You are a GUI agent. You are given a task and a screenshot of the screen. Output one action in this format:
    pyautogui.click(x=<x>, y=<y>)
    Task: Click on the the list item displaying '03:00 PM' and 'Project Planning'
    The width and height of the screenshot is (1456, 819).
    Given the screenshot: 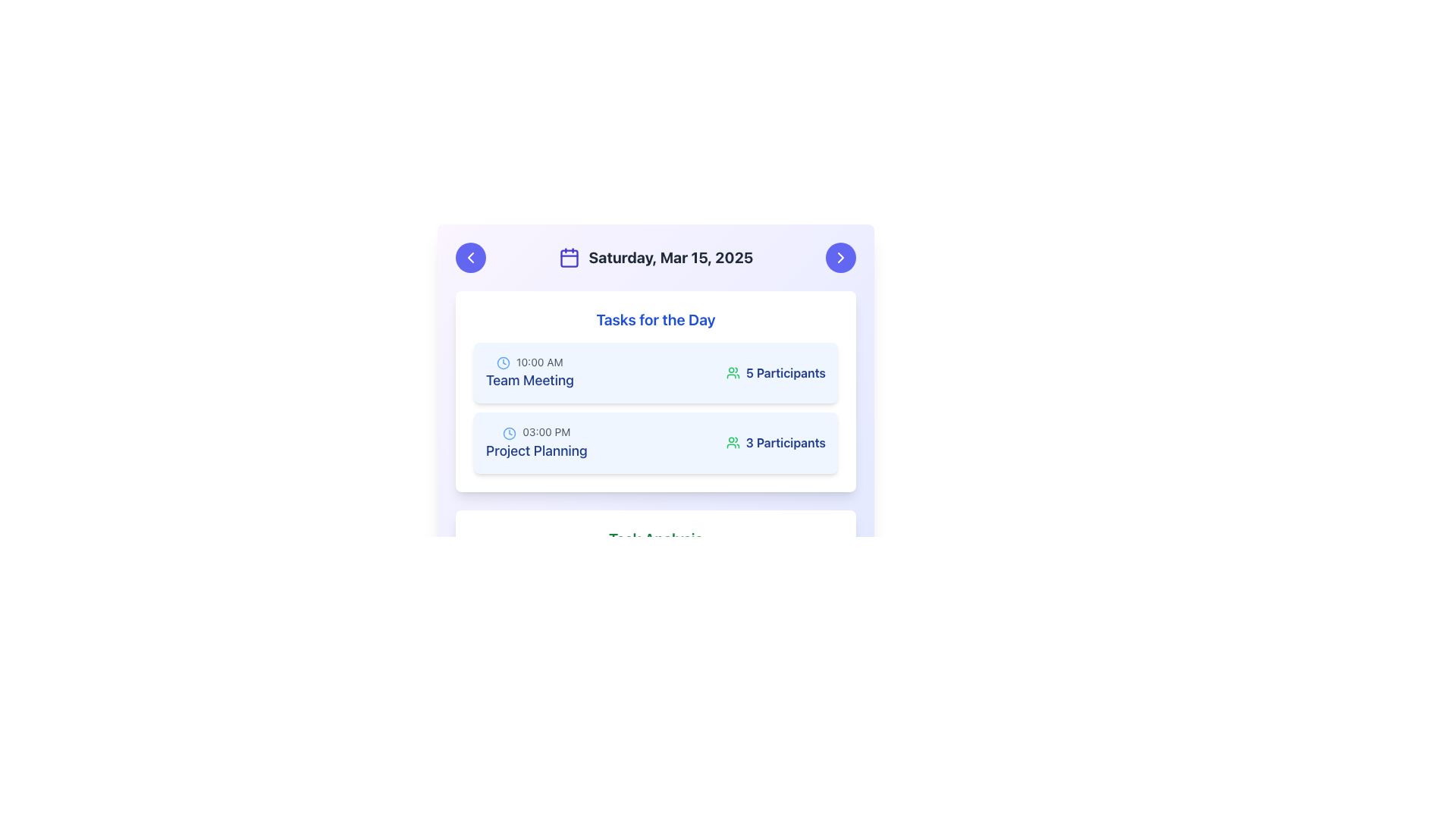 What is the action you would take?
    pyautogui.click(x=536, y=443)
    